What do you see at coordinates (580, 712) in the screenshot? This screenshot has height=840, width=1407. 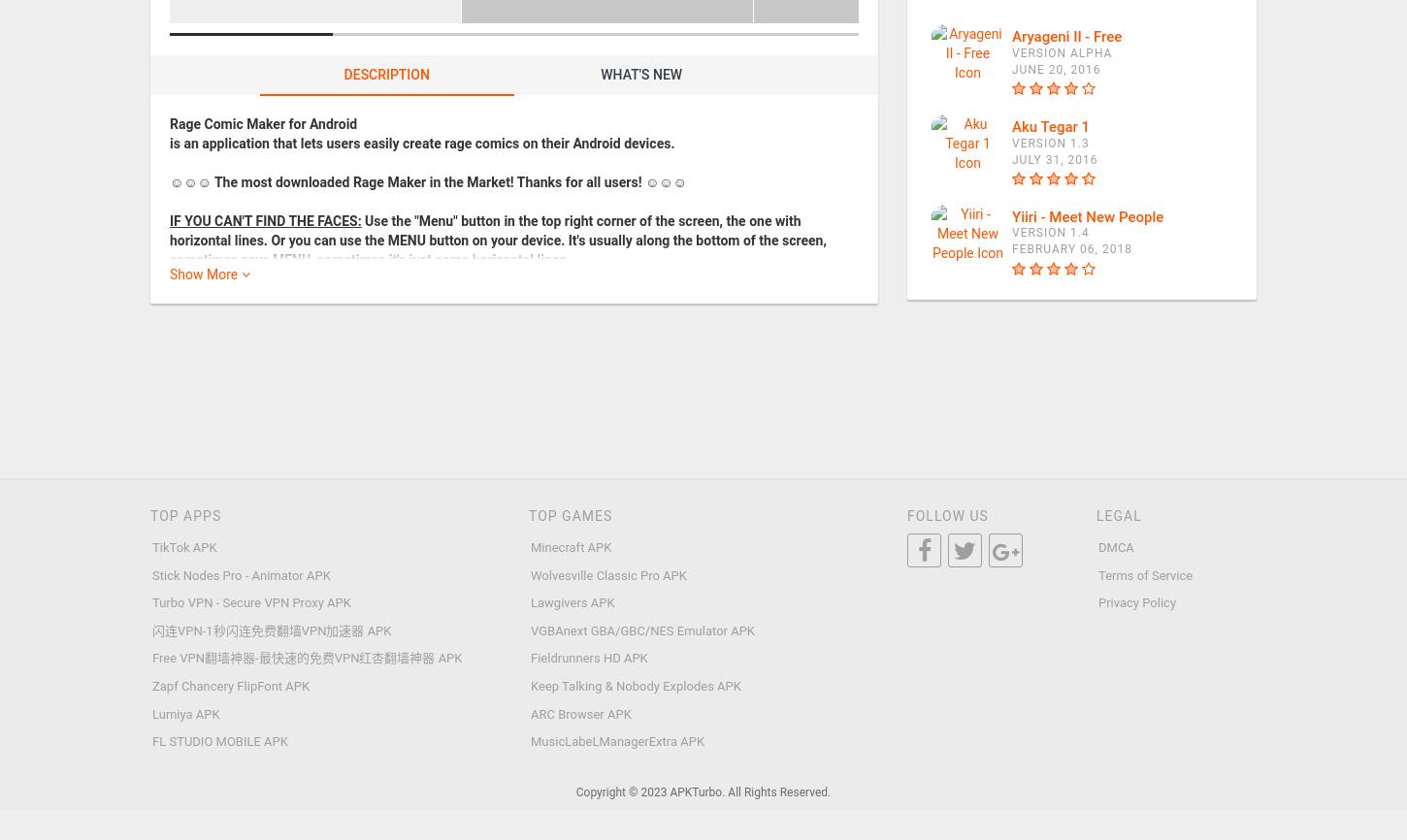 I see `'ARC Browser APK'` at bounding box center [580, 712].